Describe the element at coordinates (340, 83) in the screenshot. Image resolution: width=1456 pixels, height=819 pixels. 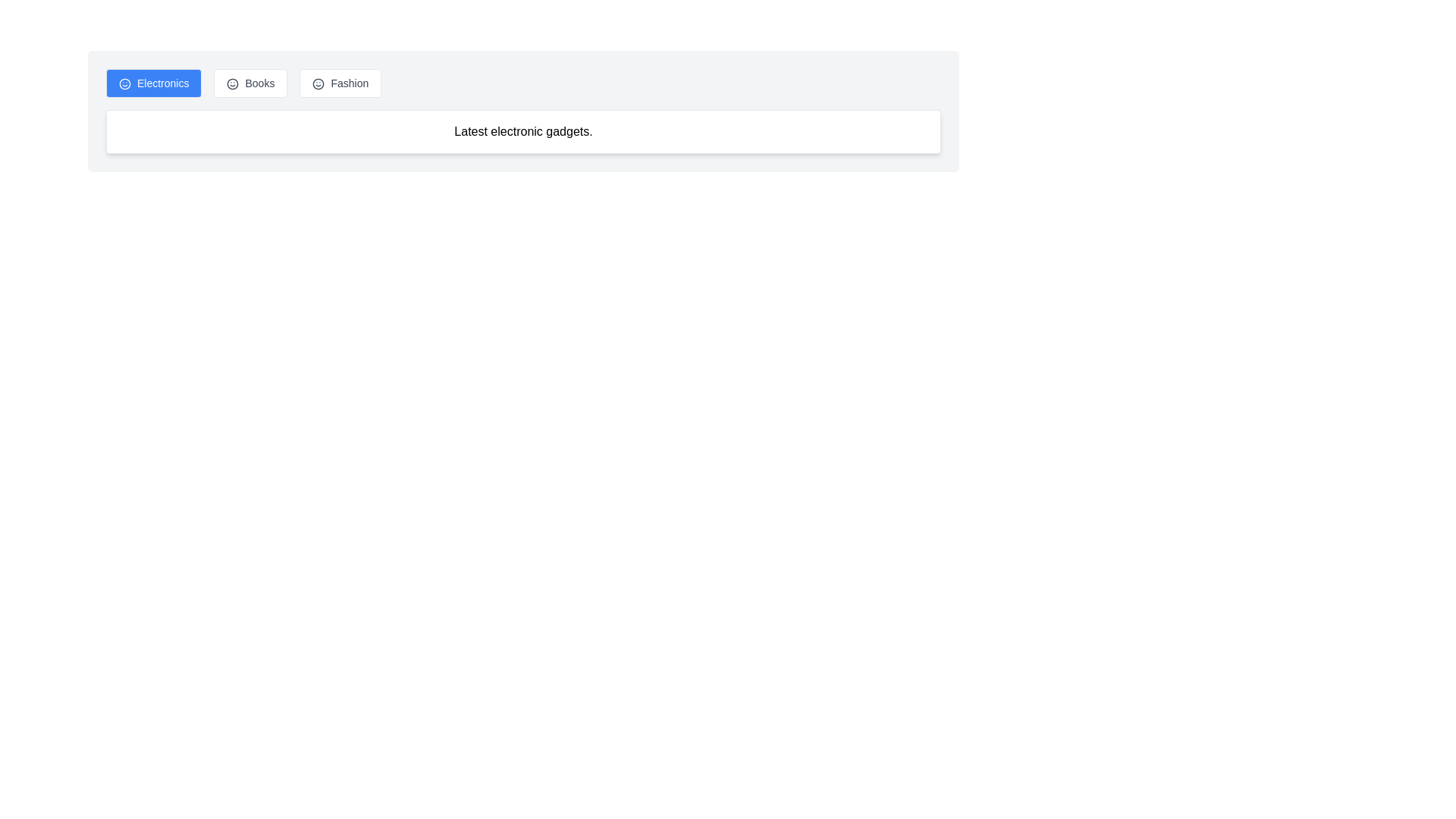
I see `the third button in the horizontal row that directs to the 'Fashion' section` at that location.